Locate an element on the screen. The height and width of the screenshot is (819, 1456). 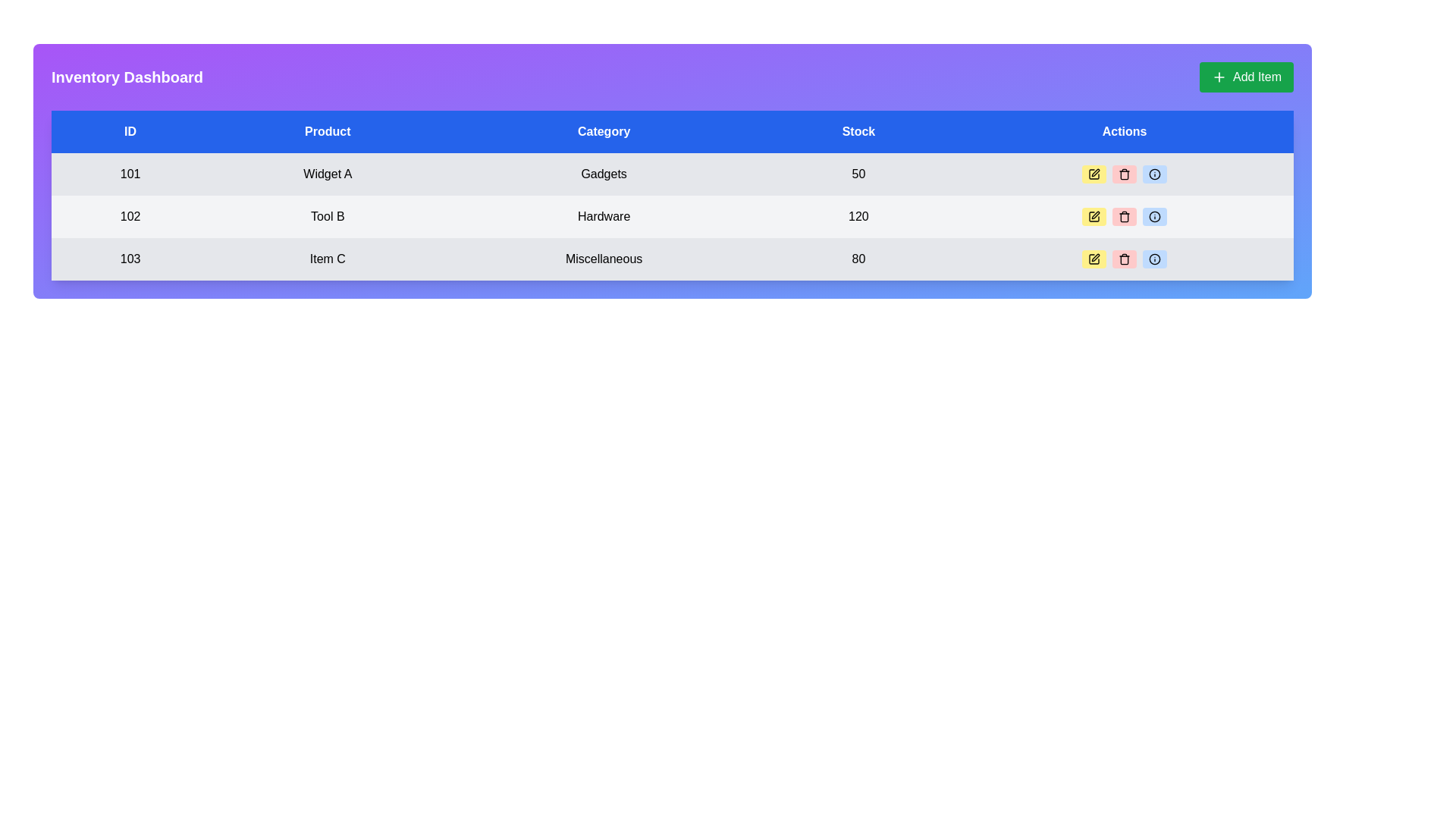
text 'Item C' displayed in the cell located in the second column of the third row of the table, below 'Tool B' is located at coordinates (327, 259).